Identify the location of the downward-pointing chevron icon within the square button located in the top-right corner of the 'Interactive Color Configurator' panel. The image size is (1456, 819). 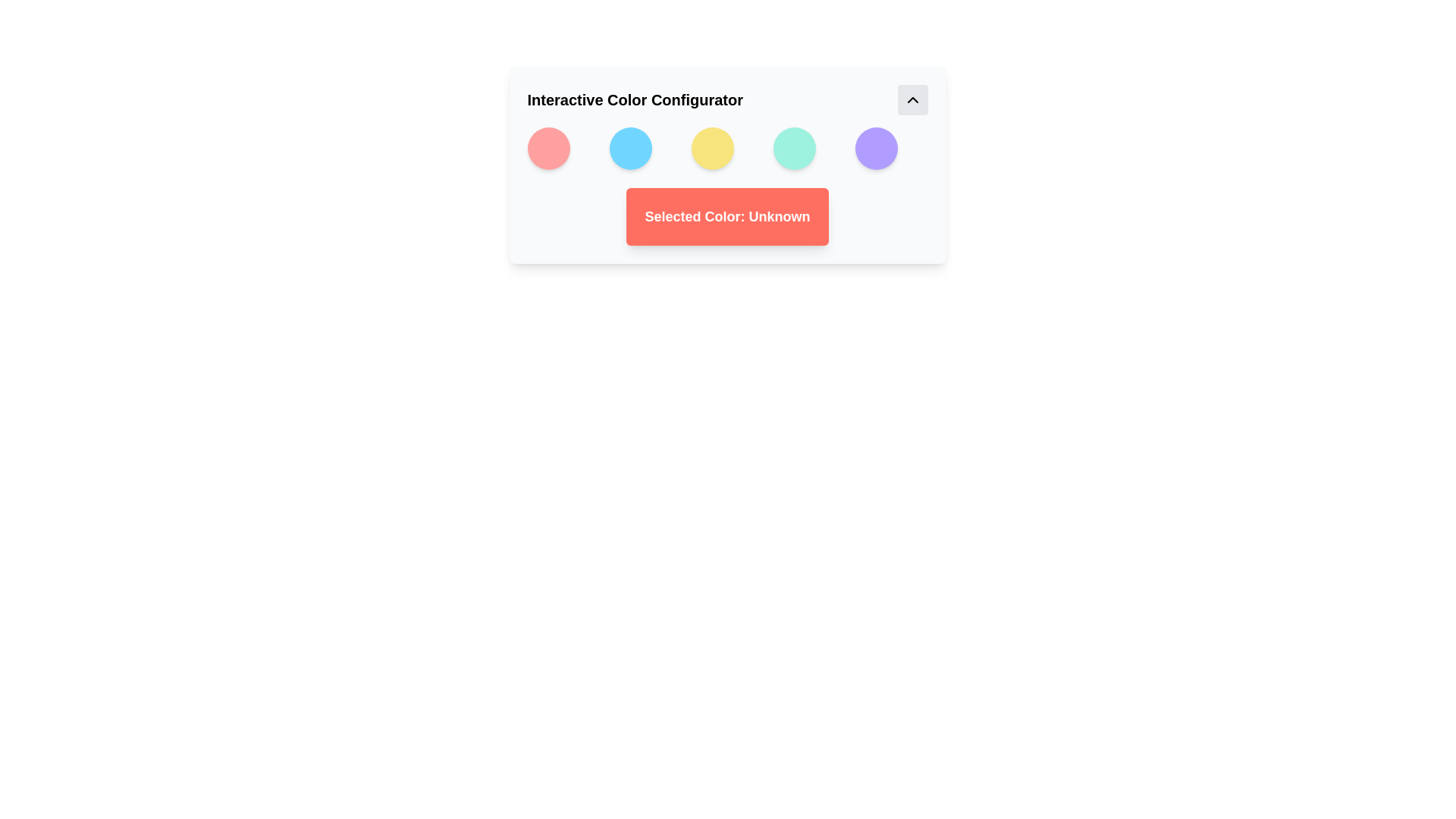
(912, 99).